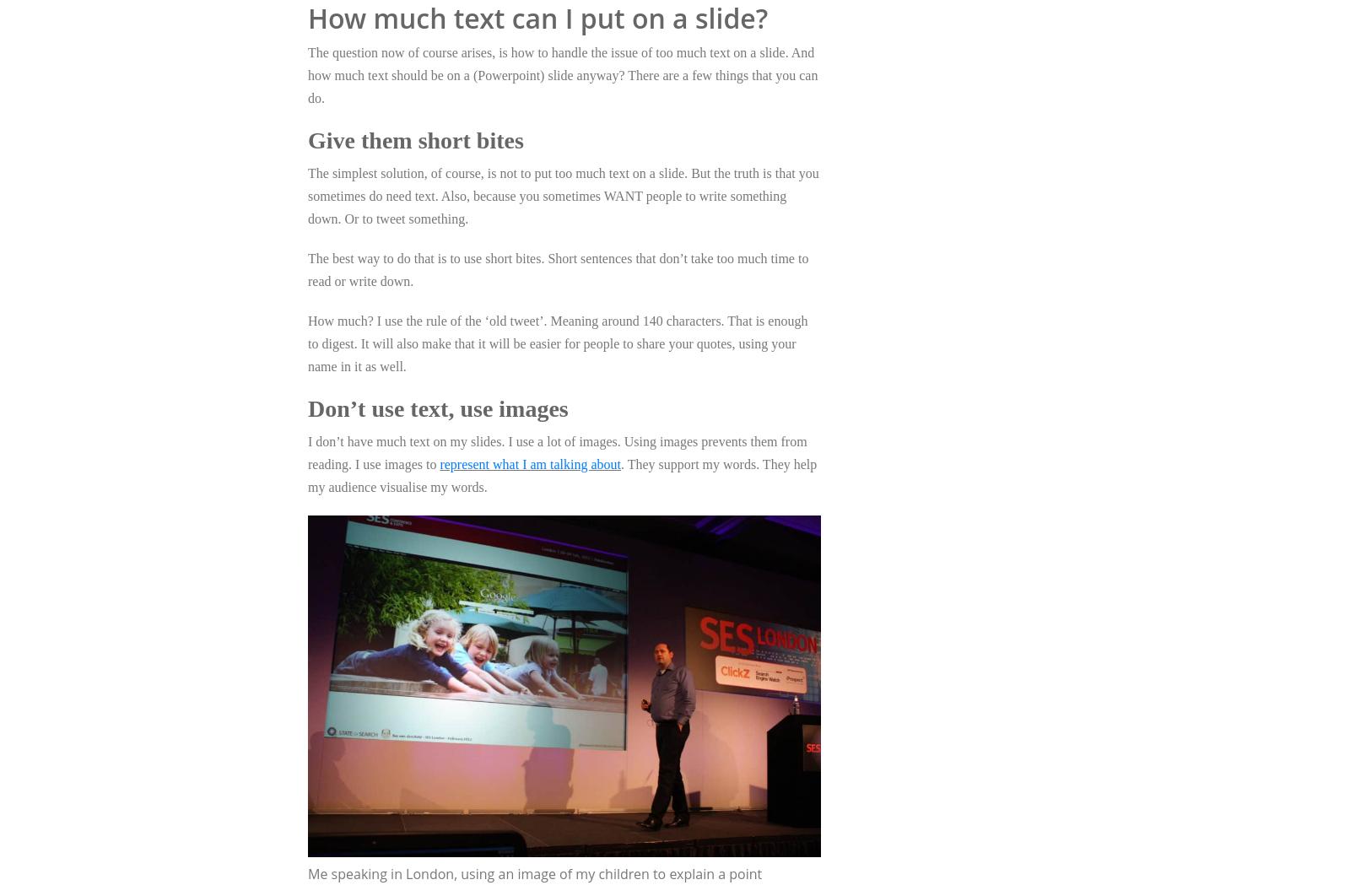 The width and height of the screenshot is (1350, 896). I want to click on 'Give them short bites', so click(414, 140).